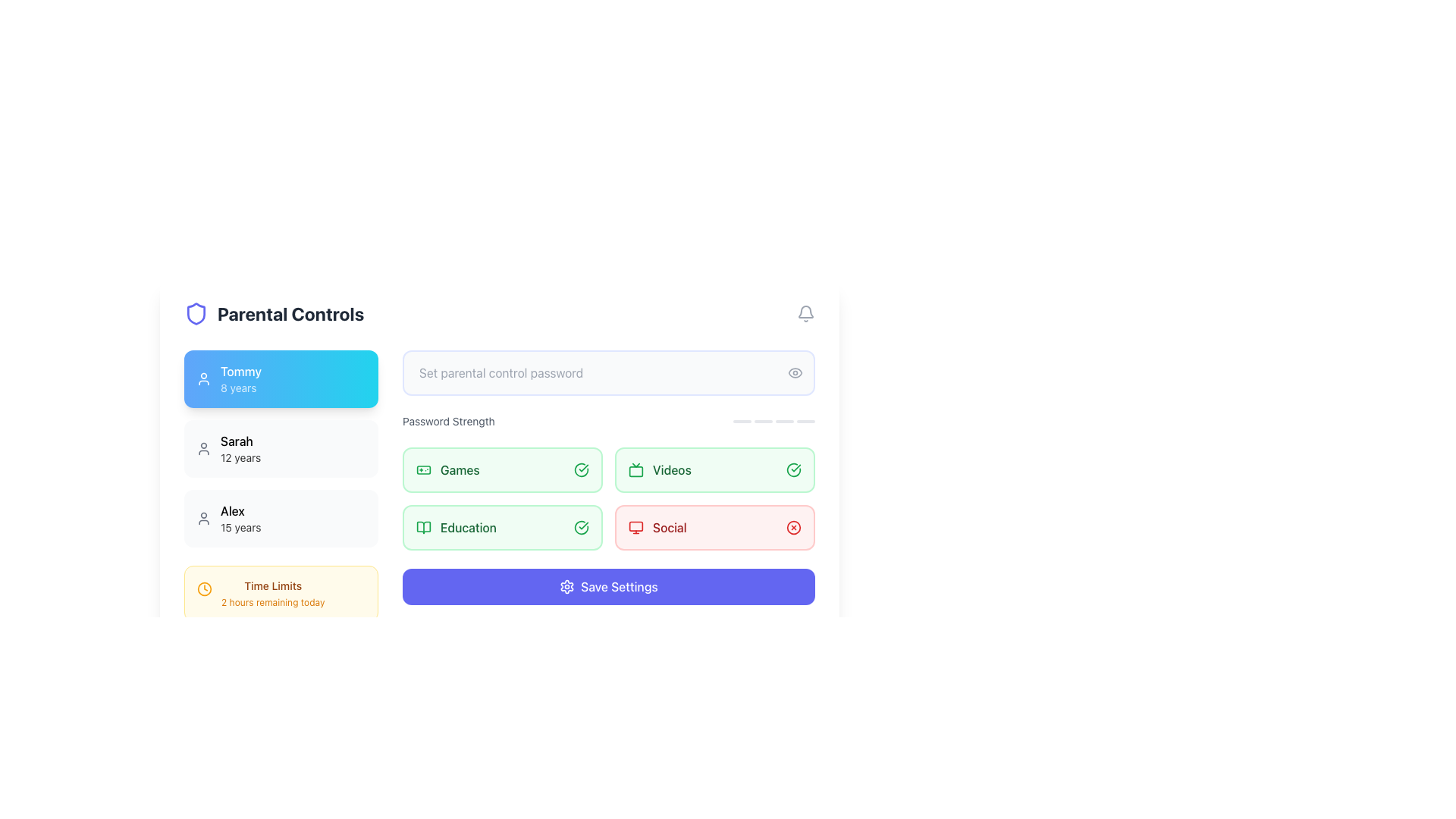 The height and width of the screenshot is (819, 1456). Describe the element at coordinates (795, 373) in the screenshot. I see `the circular icon button depicting an eye symbol, located to the right of the password input field, to observe the color change from gray to indigo` at that location.